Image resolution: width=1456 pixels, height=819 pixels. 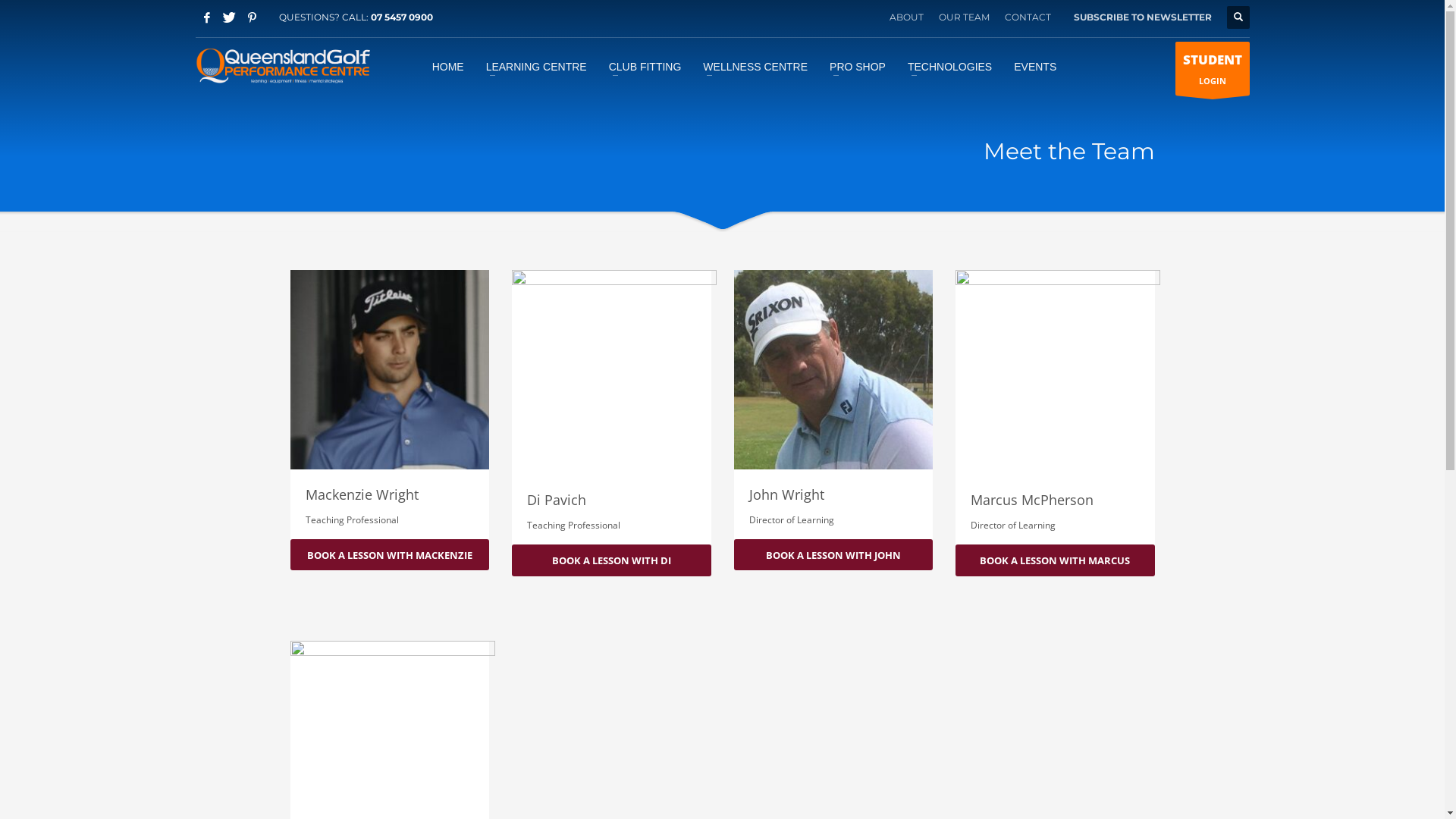 What do you see at coordinates (422, 65) in the screenshot?
I see `'HOME'` at bounding box center [422, 65].